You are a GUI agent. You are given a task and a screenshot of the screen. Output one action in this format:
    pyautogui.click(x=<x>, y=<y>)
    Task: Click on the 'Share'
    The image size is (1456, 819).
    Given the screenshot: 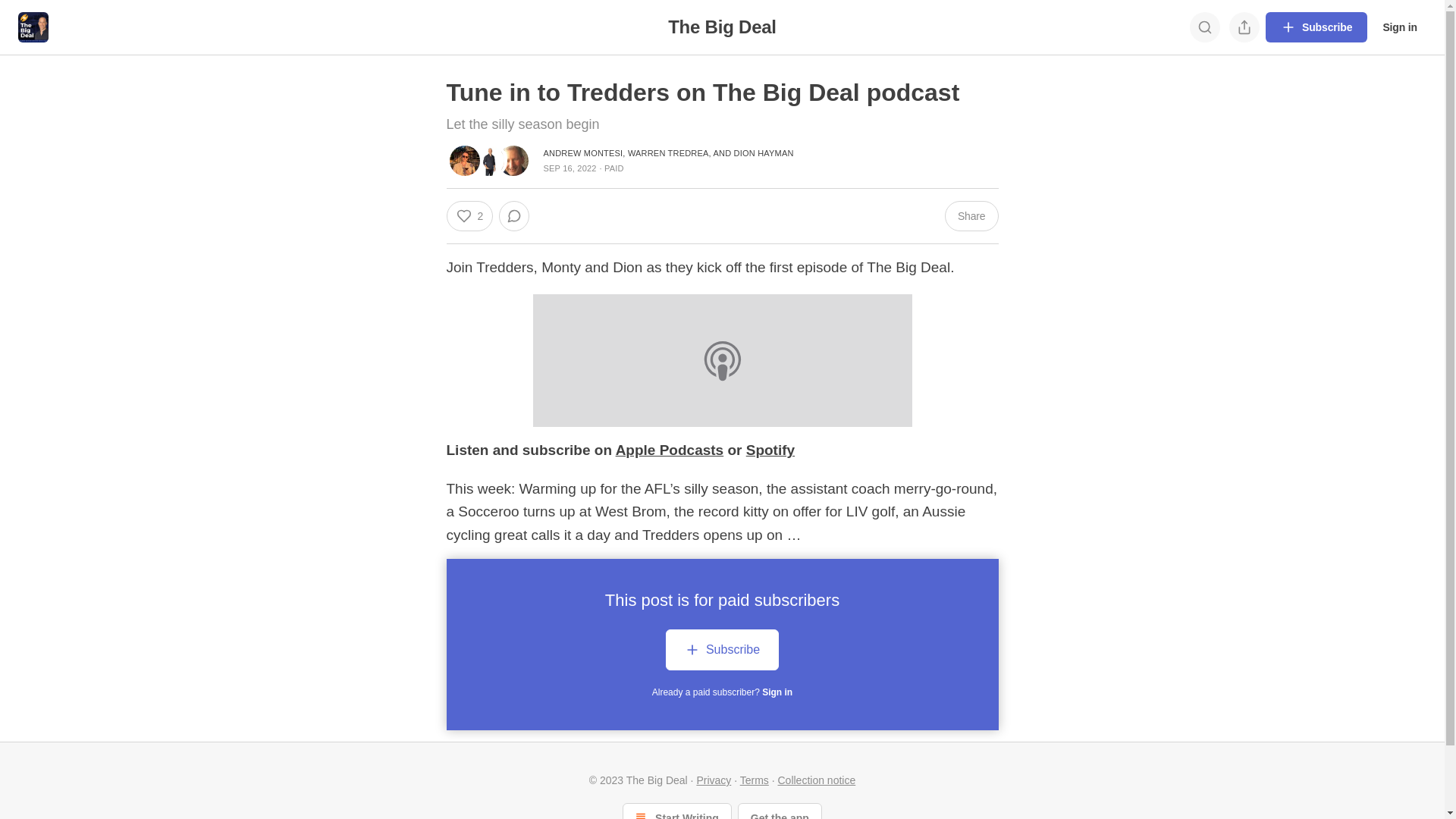 What is the action you would take?
    pyautogui.click(x=944, y=216)
    